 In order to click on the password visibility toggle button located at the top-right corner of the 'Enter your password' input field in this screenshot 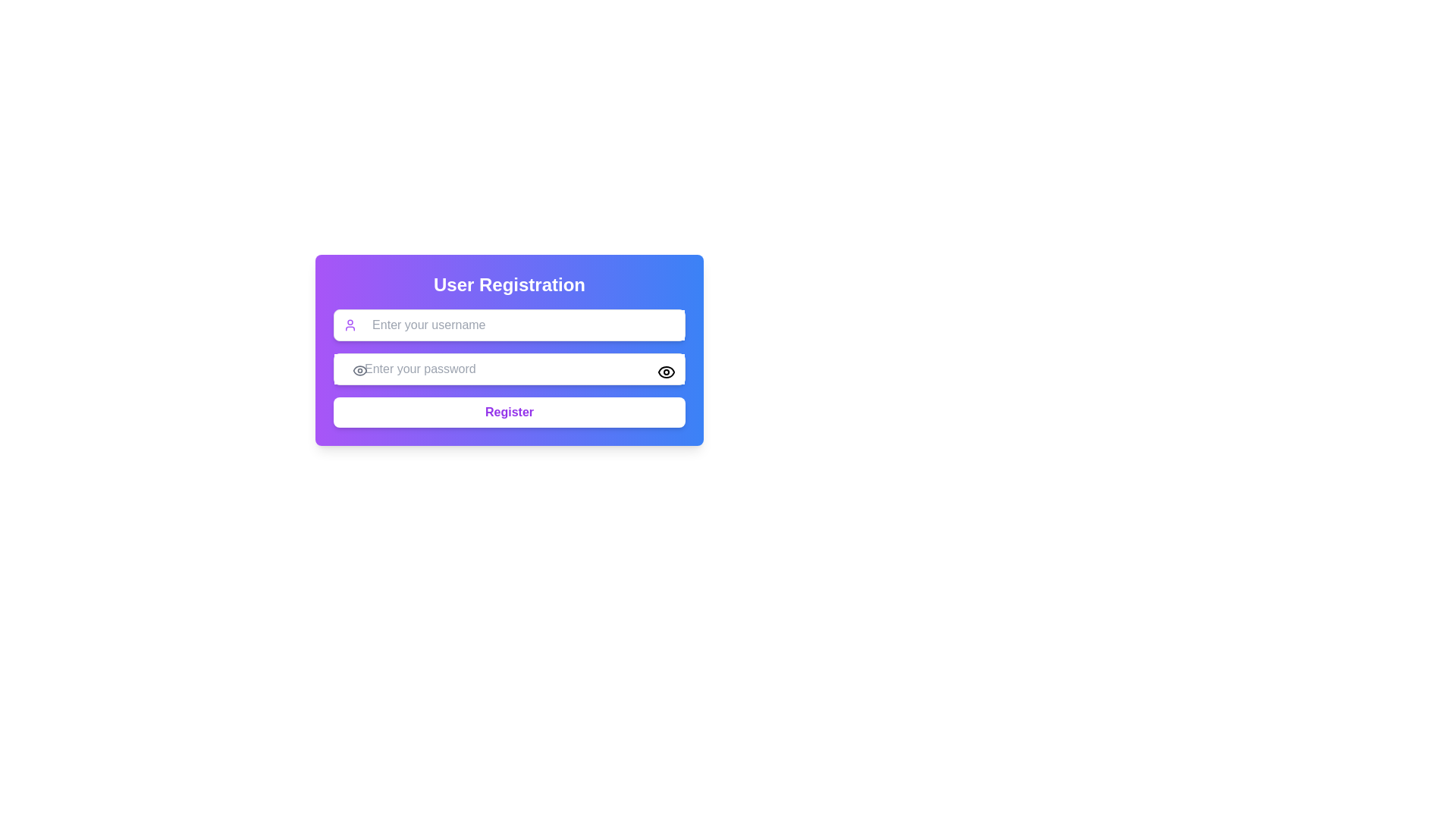, I will do `click(666, 372)`.